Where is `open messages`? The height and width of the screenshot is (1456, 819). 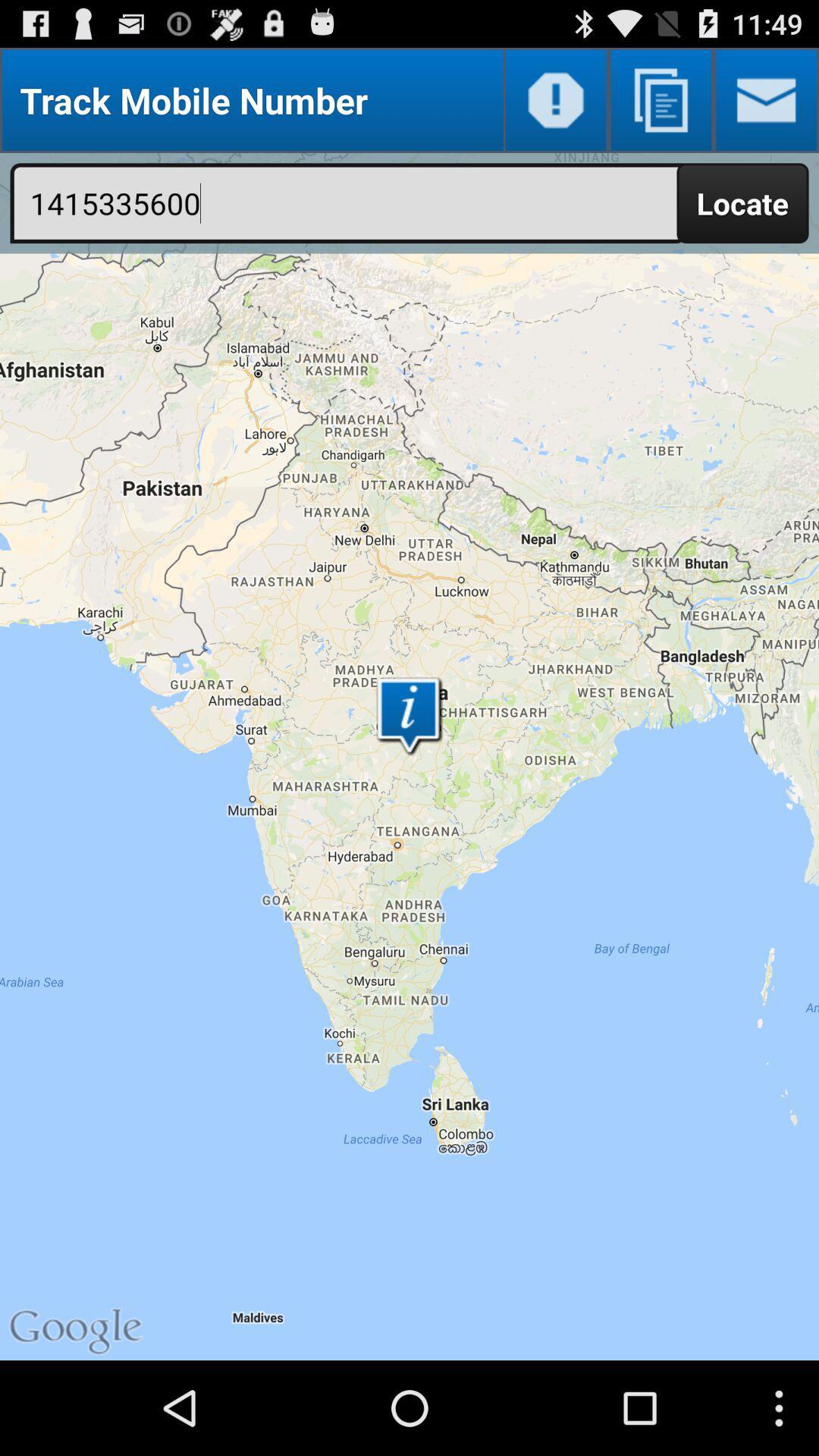
open messages is located at coordinates (766, 99).